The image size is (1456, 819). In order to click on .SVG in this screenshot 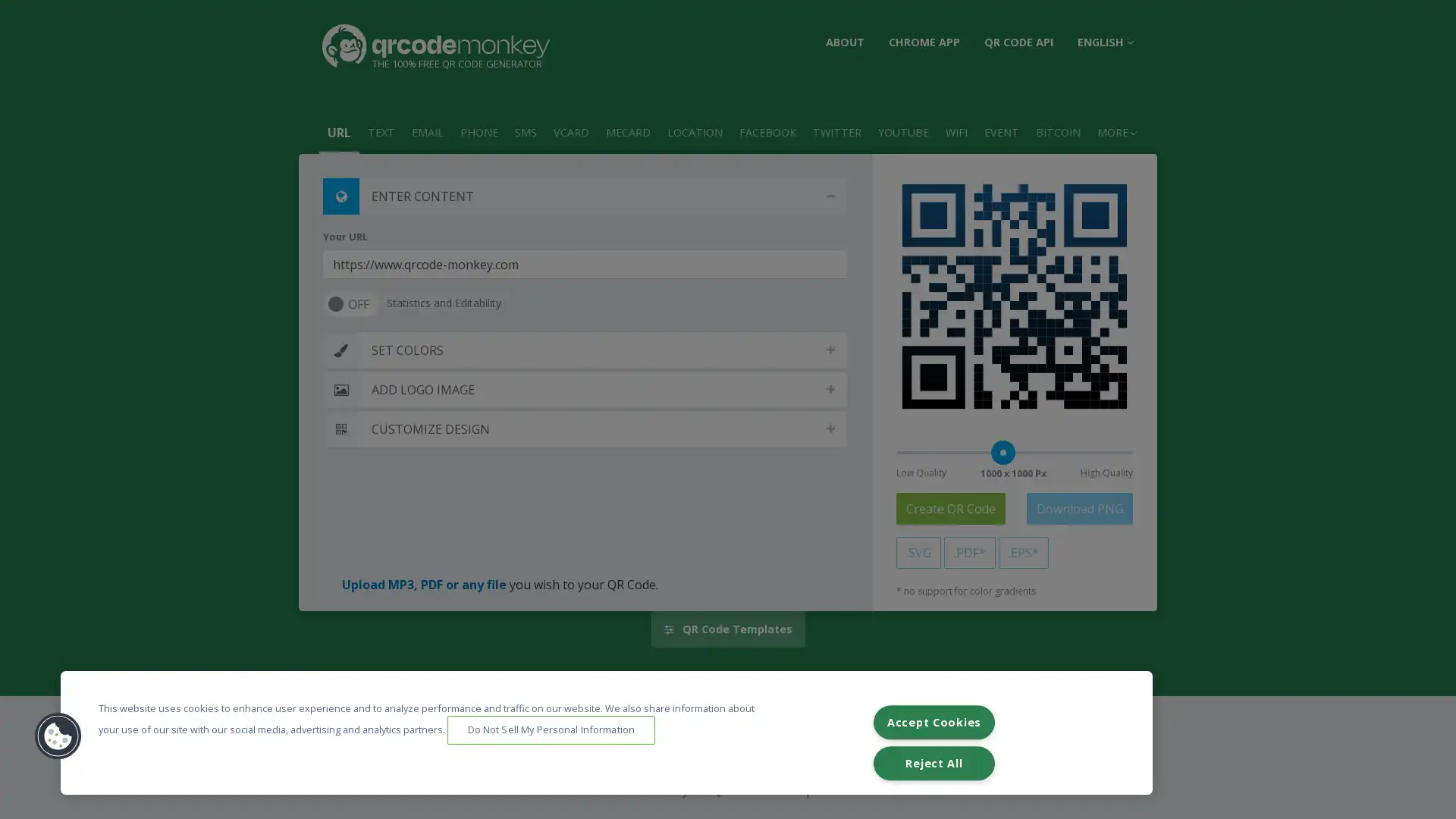, I will do `click(917, 553)`.